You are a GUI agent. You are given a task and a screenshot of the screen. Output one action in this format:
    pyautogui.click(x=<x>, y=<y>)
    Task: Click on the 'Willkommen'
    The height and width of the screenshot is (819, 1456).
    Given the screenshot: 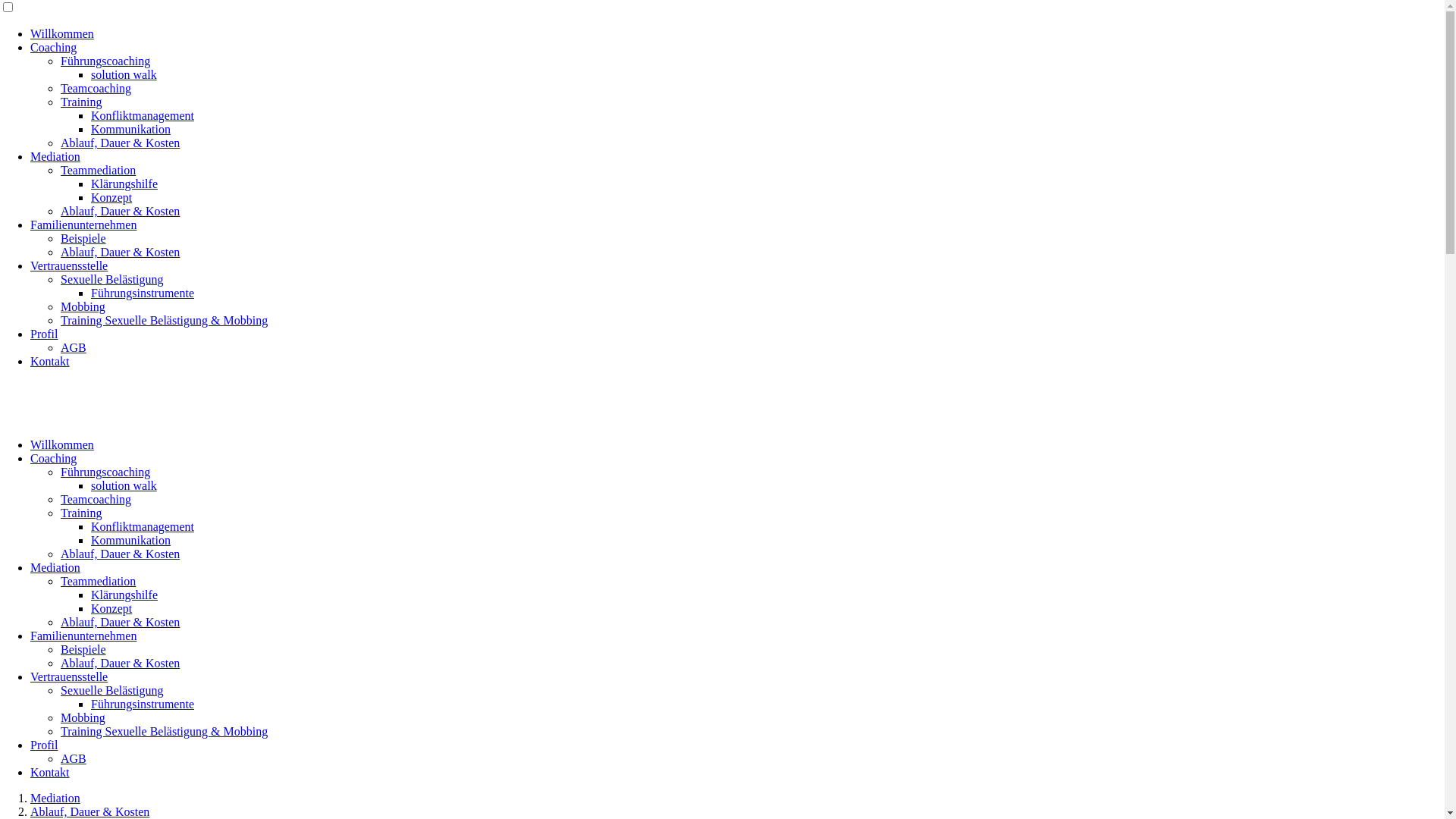 What is the action you would take?
    pyautogui.click(x=61, y=33)
    